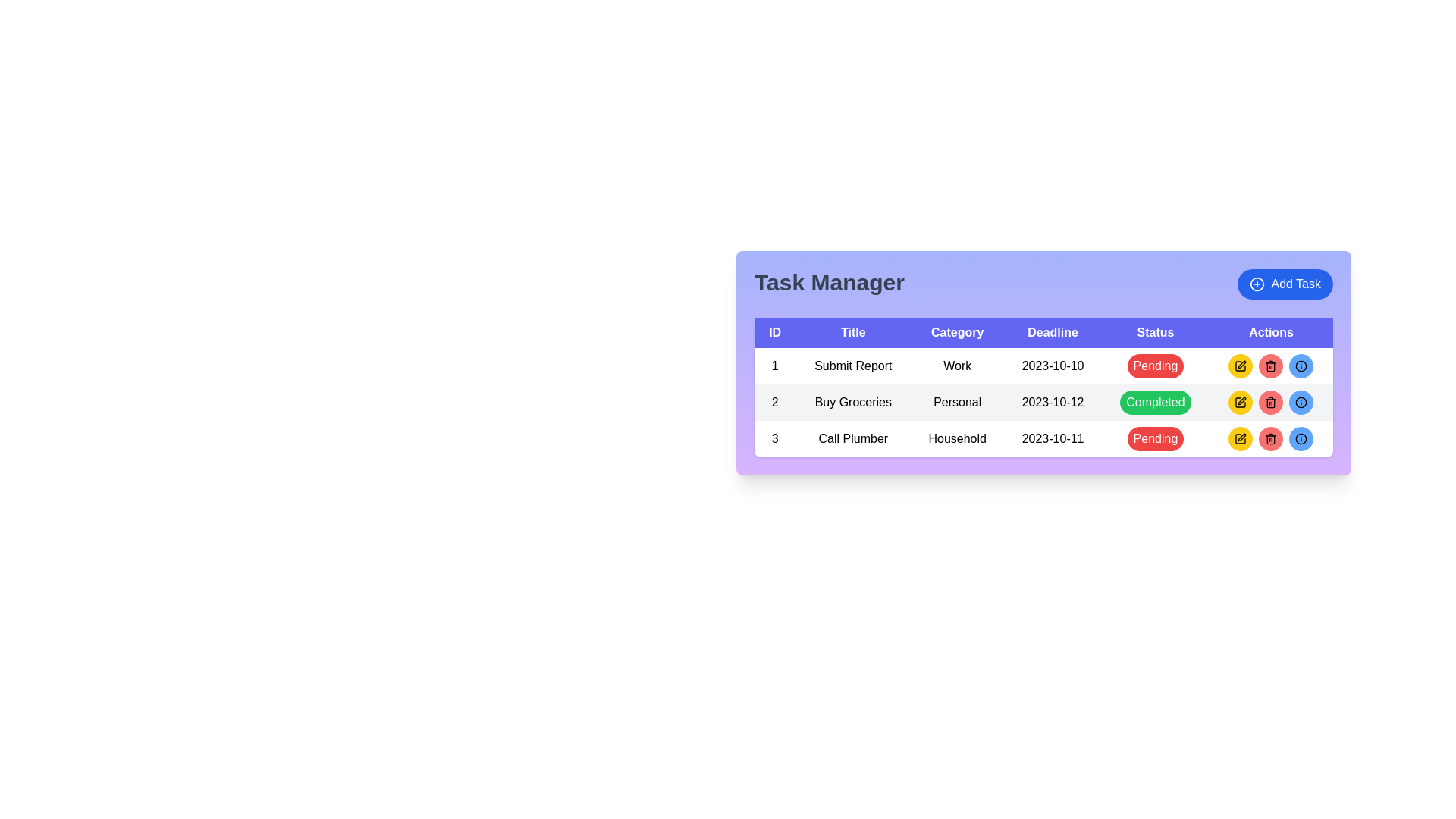 The height and width of the screenshot is (819, 1456). I want to click on the blue circular outline icon inside the 'Add Task' button located at the top-right corner of the task manager interface, so click(1257, 284).